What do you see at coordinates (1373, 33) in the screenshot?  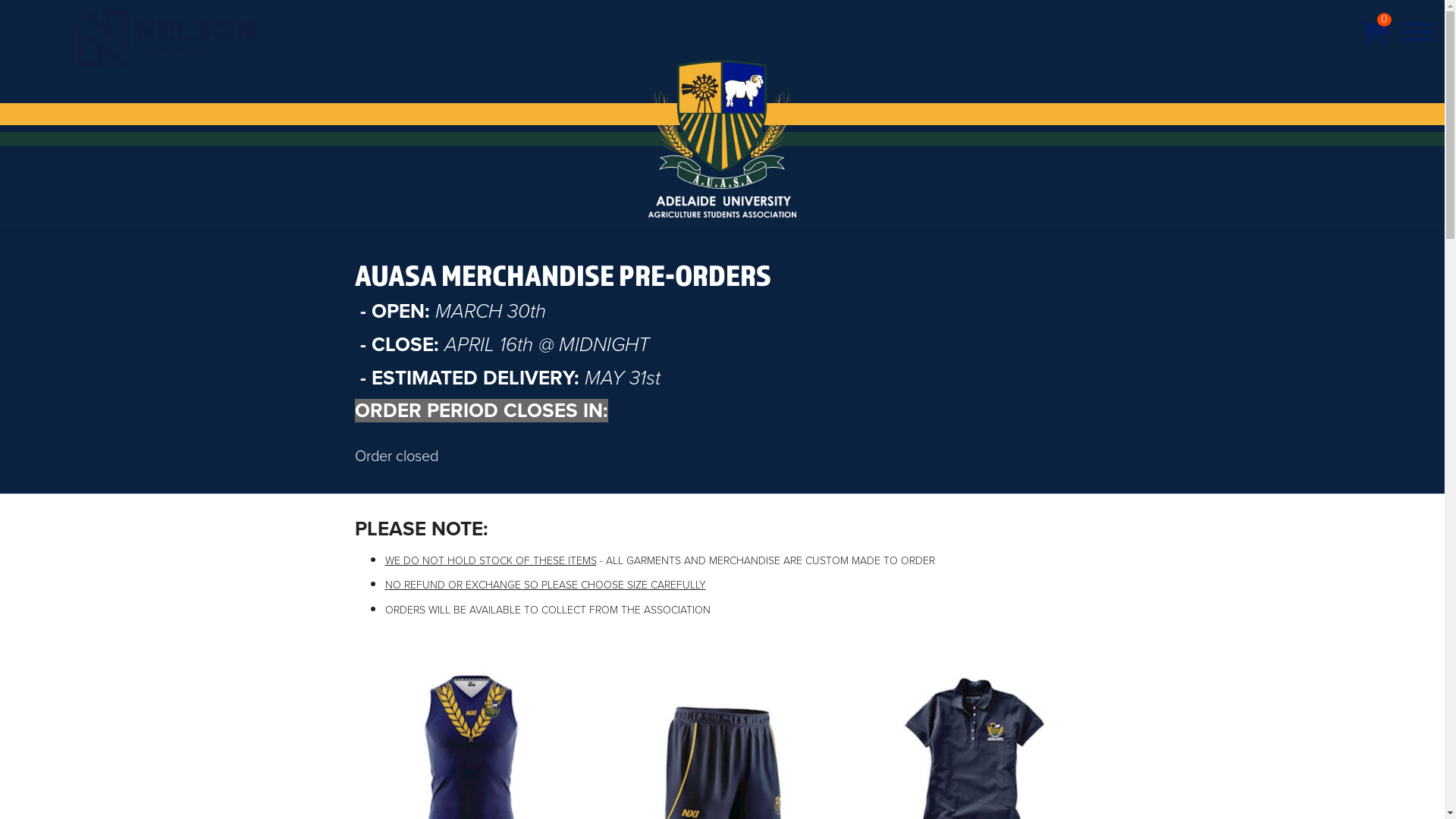 I see `'0'` at bounding box center [1373, 33].